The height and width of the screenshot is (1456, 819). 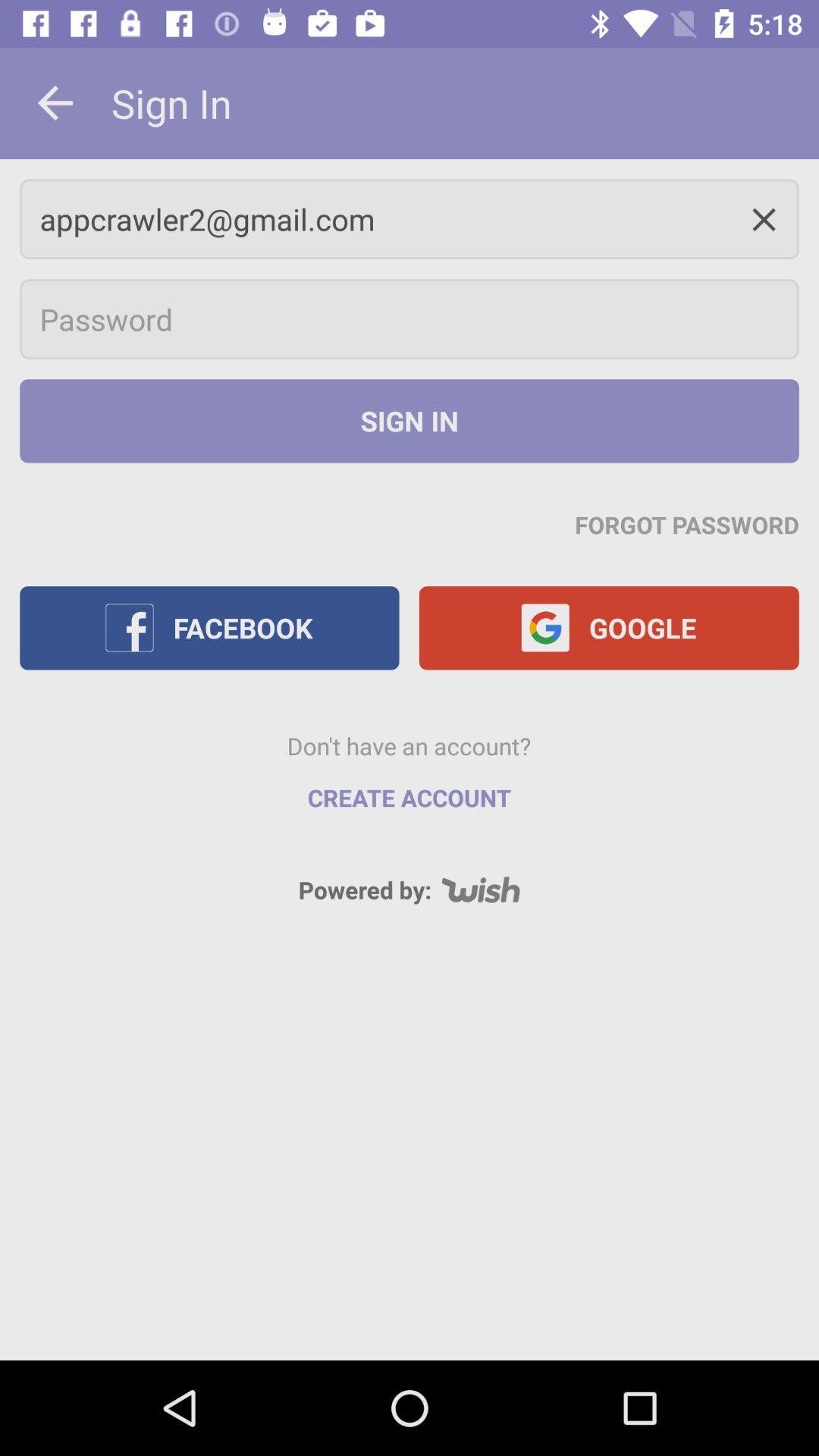 I want to click on appcrawler2@gmail.com icon, so click(x=409, y=218).